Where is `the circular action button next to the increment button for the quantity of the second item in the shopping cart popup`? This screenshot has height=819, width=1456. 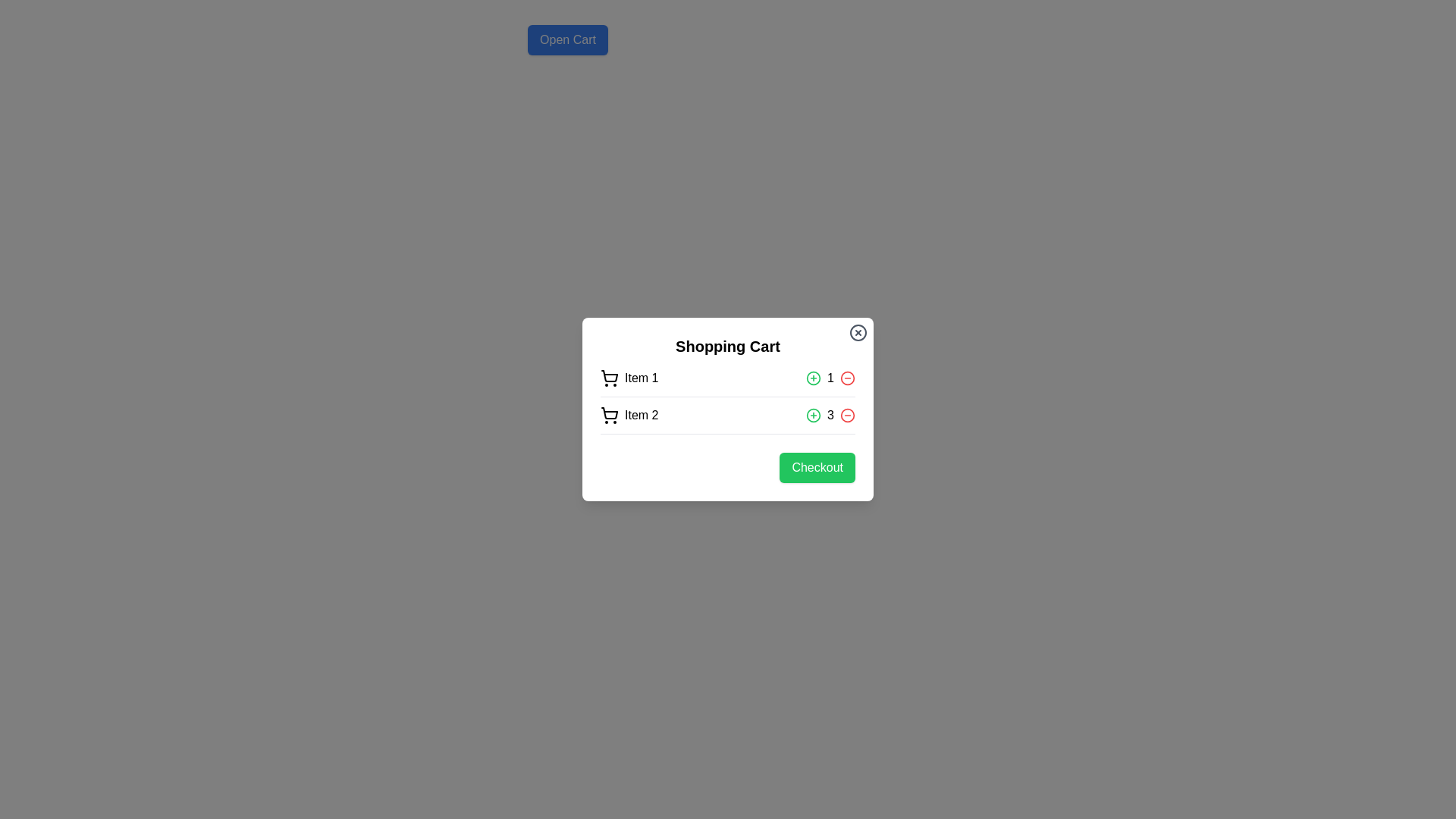
the circular action button next to the increment button for the quantity of the second item in the shopping cart popup is located at coordinates (813, 377).